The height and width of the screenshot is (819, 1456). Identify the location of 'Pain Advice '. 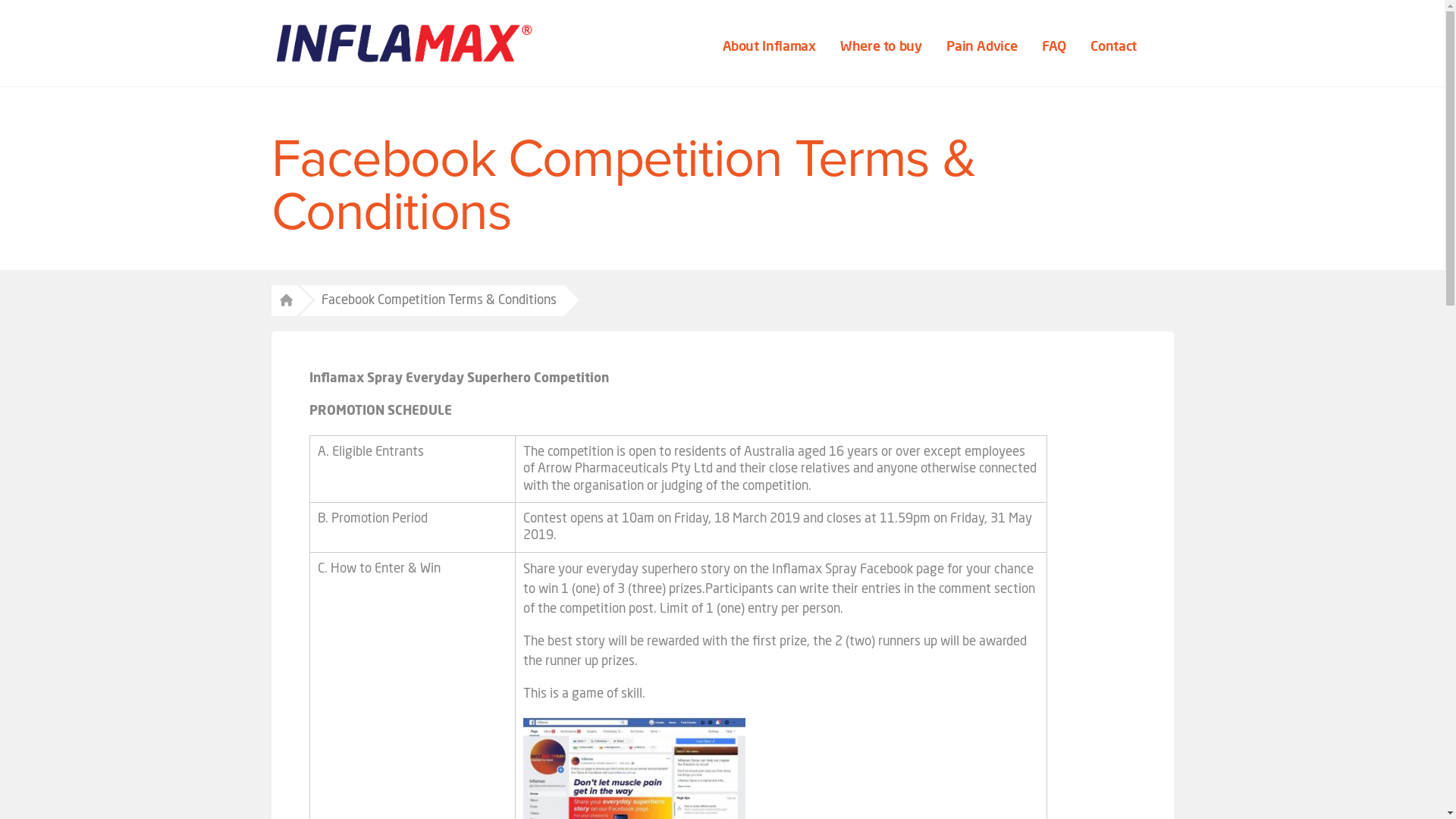
(983, 45).